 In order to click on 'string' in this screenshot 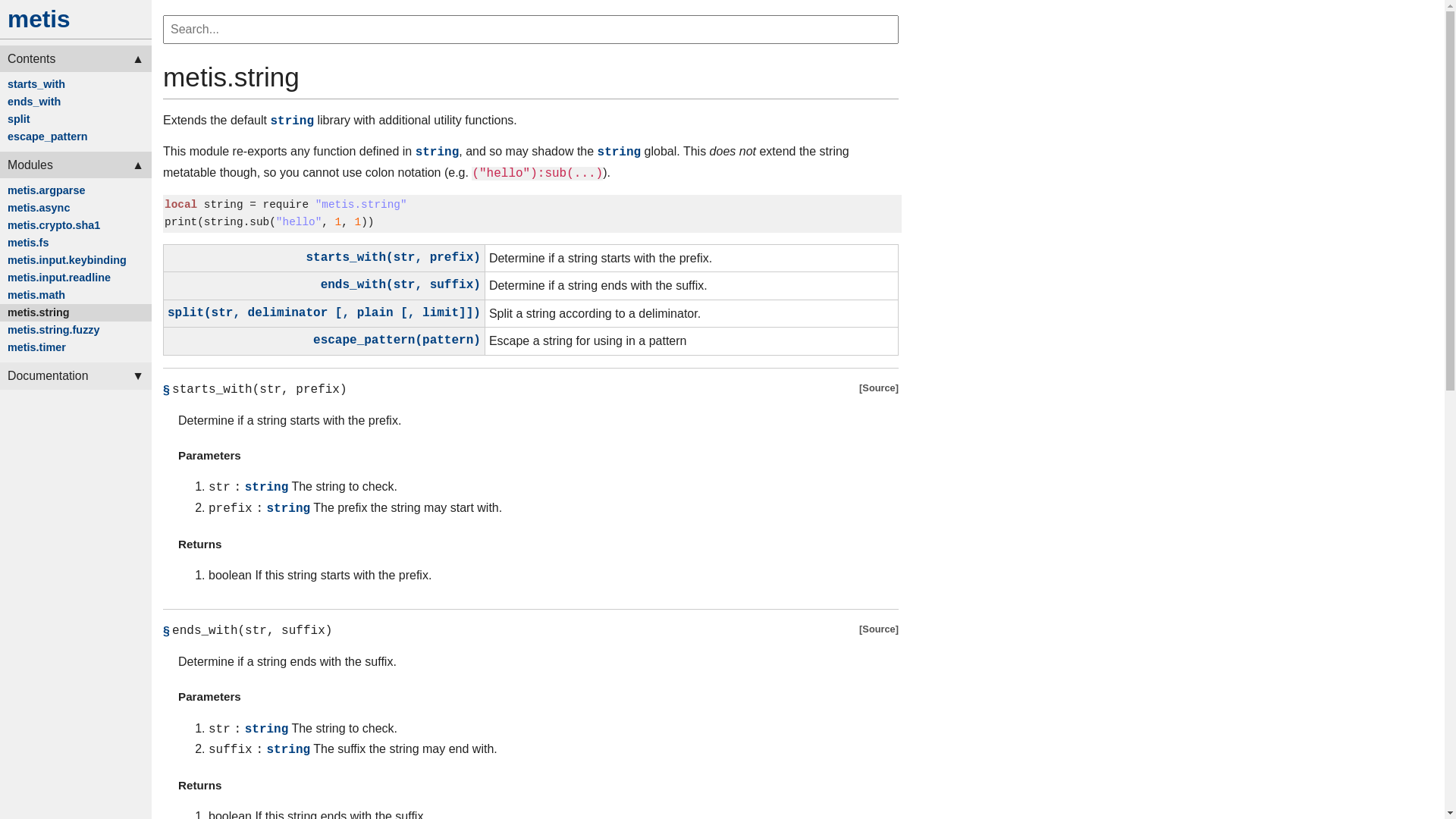, I will do `click(266, 488)`.